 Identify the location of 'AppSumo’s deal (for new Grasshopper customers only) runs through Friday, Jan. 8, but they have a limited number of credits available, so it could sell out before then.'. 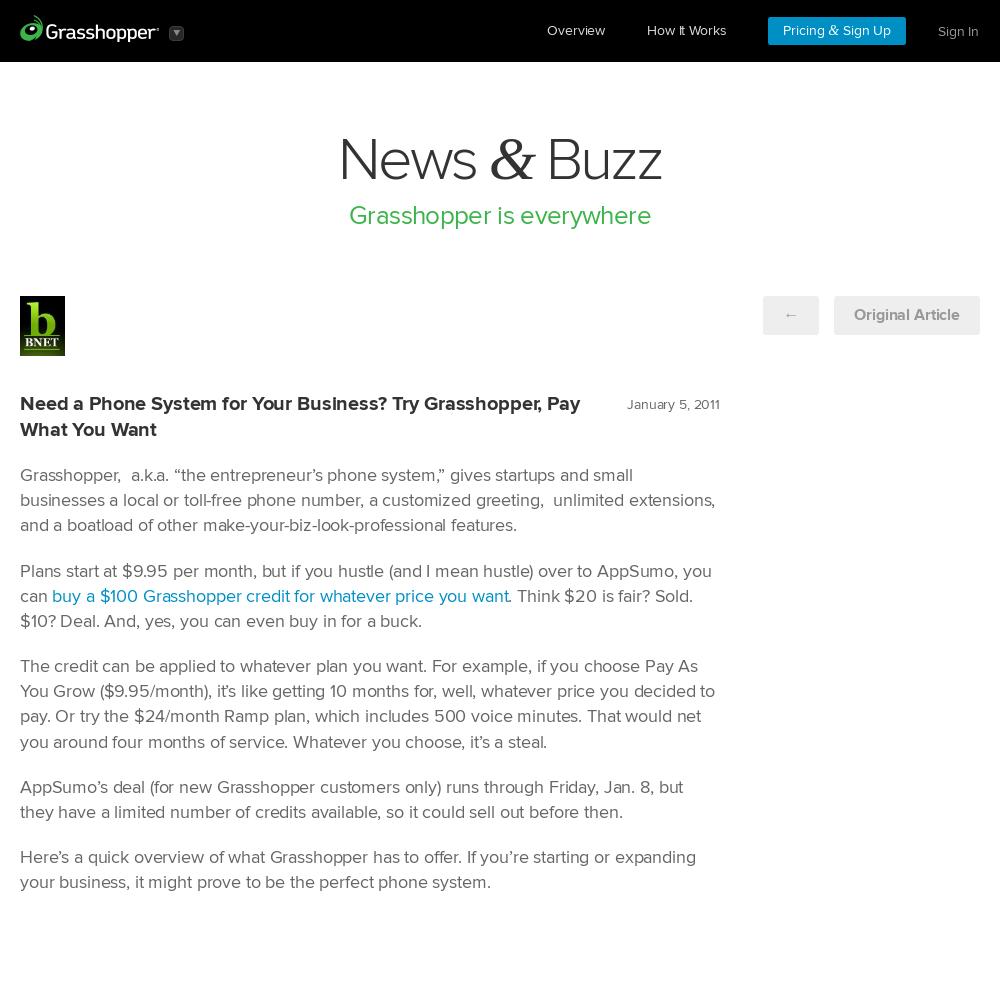
(350, 799).